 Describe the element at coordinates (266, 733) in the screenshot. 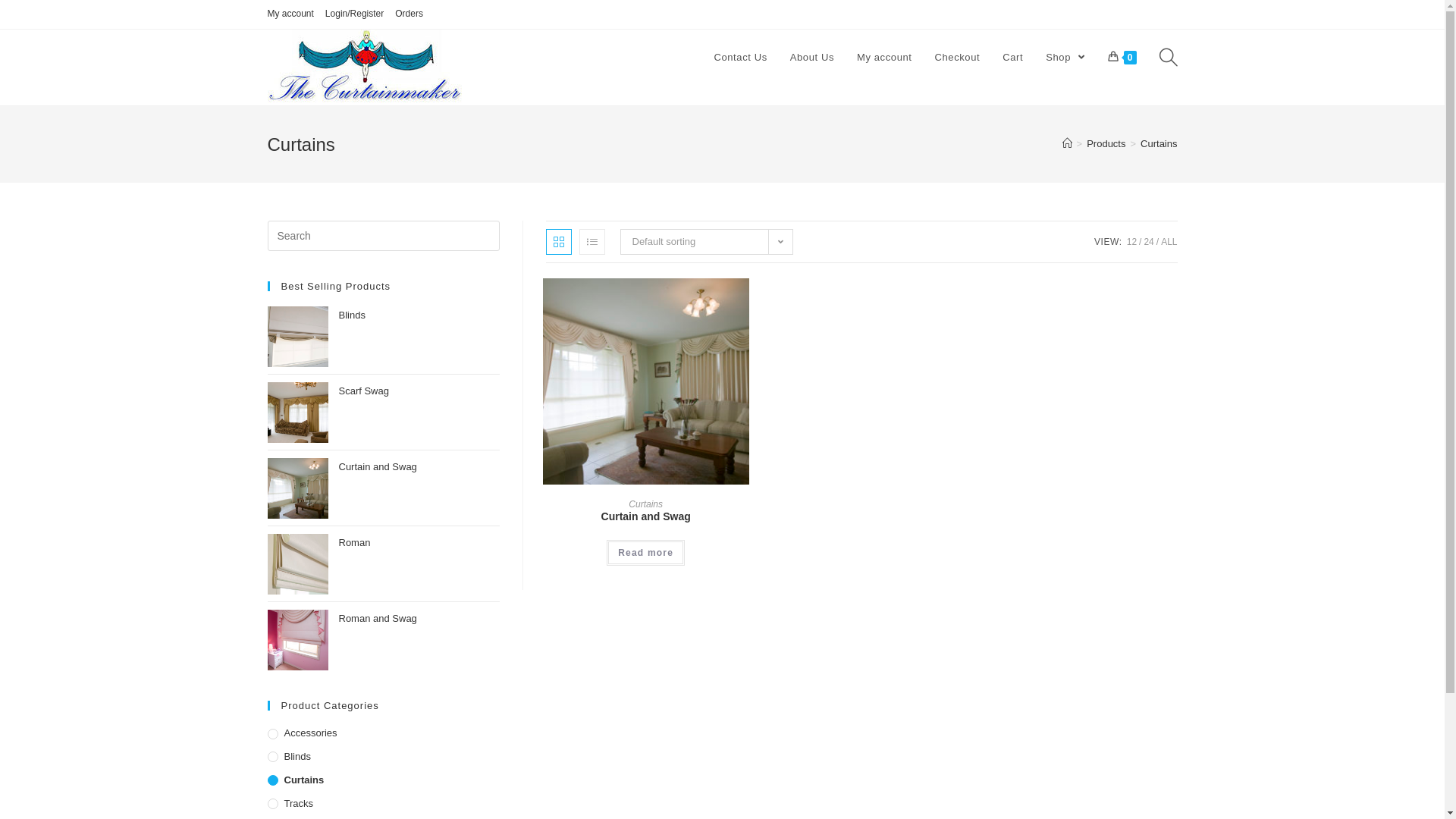

I see `'Accessories'` at that location.